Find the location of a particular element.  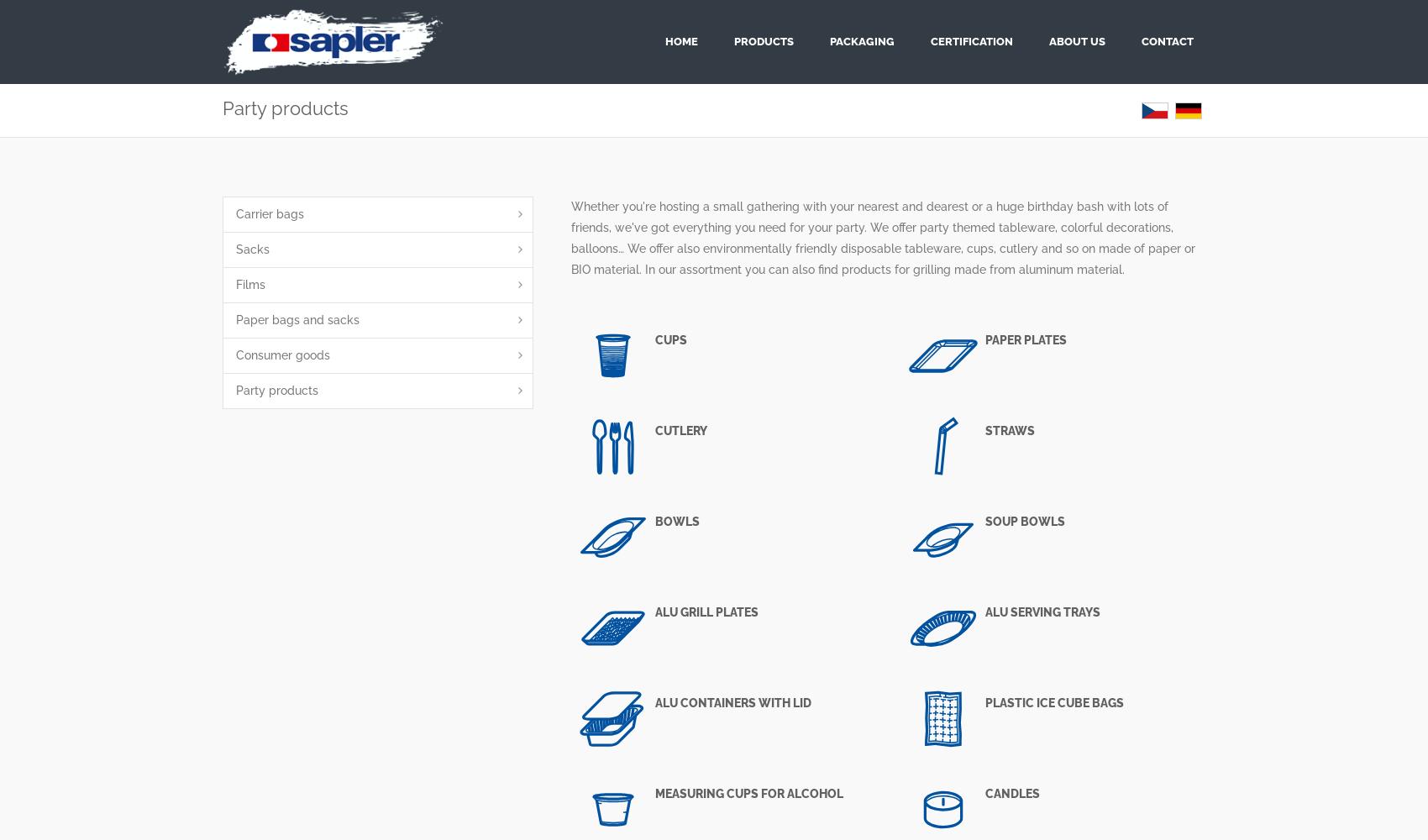

'Cutlery' is located at coordinates (654, 431).